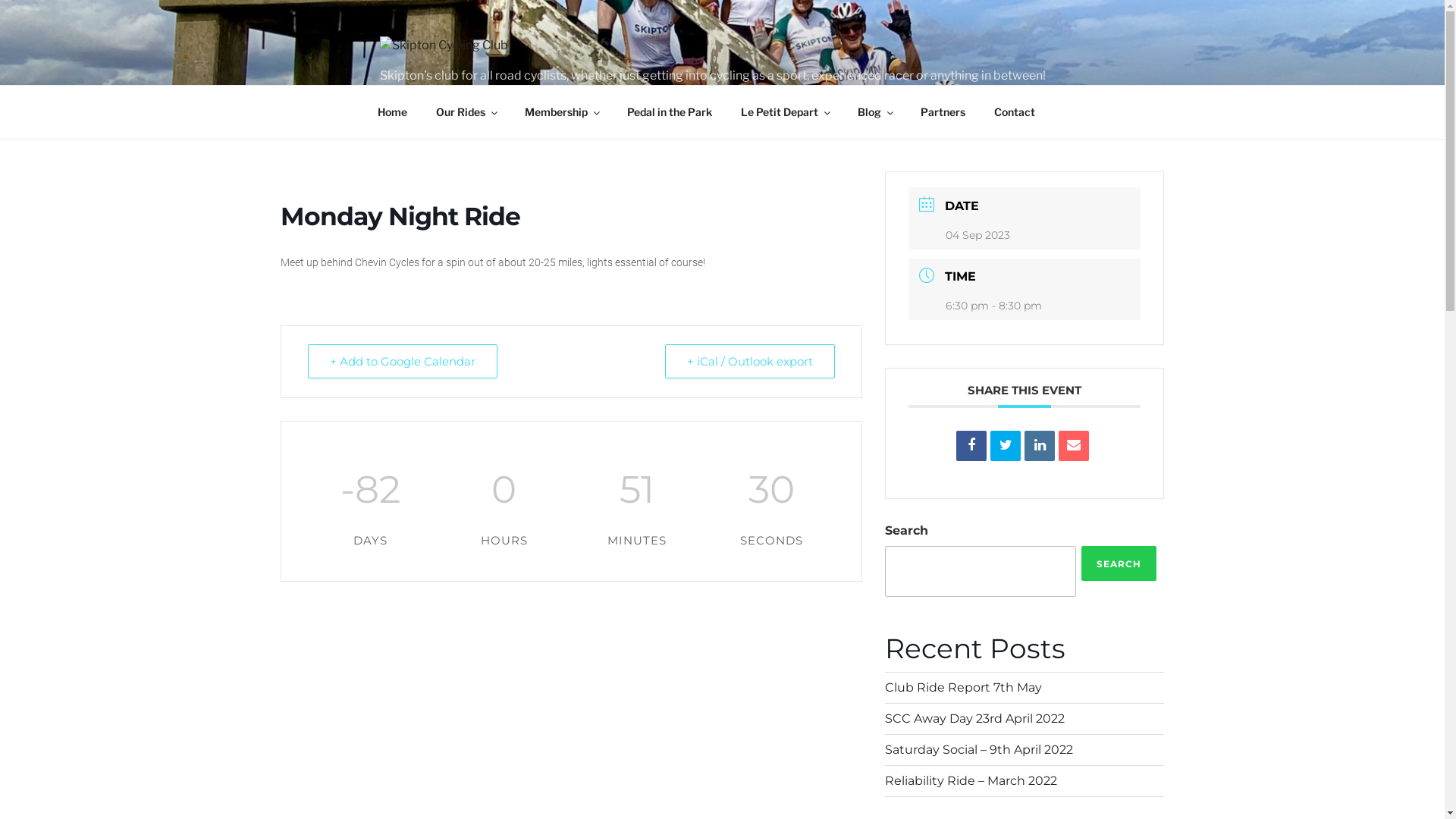 The width and height of the screenshot is (1456, 819). I want to click on 'SCC Away Day 23rd April 2022', so click(974, 717).